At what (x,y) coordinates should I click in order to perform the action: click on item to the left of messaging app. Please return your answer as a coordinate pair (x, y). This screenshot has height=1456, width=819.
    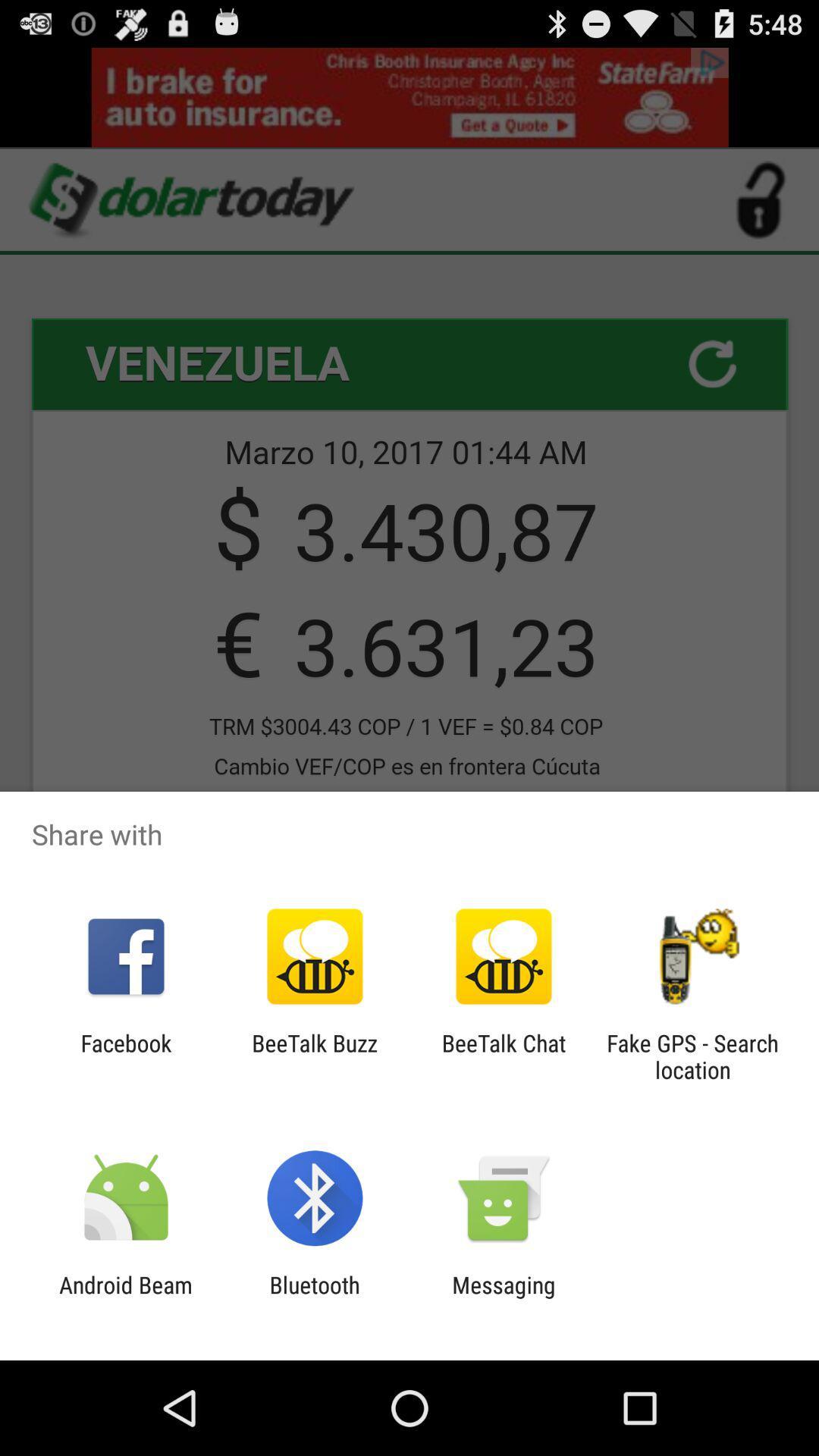
    Looking at the image, I should click on (314, 1298).